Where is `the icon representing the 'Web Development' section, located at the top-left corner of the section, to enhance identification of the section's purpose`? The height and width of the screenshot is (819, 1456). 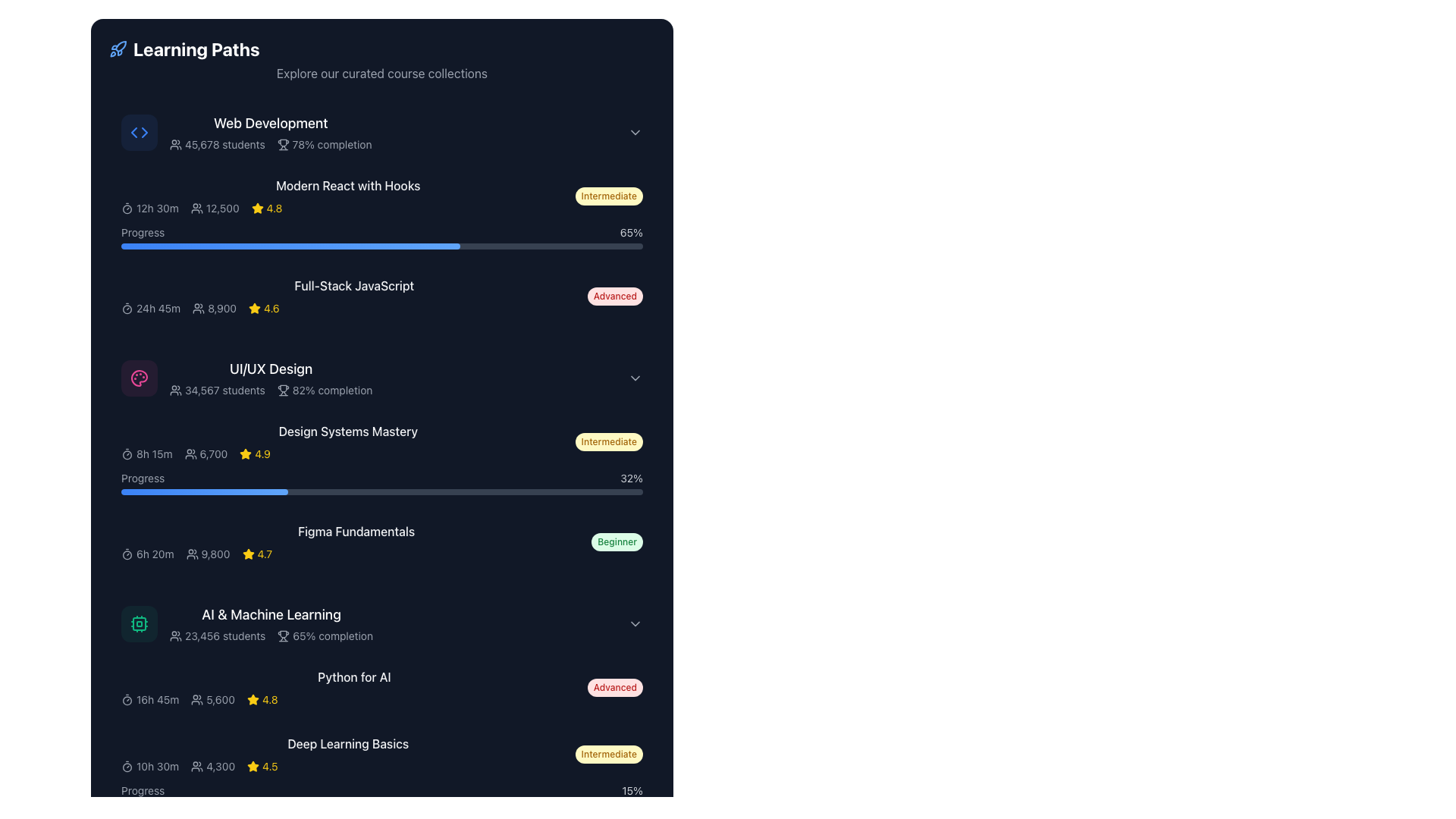 the icon representing the 'Web Development' section, located at the top-left corner of the section, to enhance identification of the section's purpose is located at coordinates (139, 131).